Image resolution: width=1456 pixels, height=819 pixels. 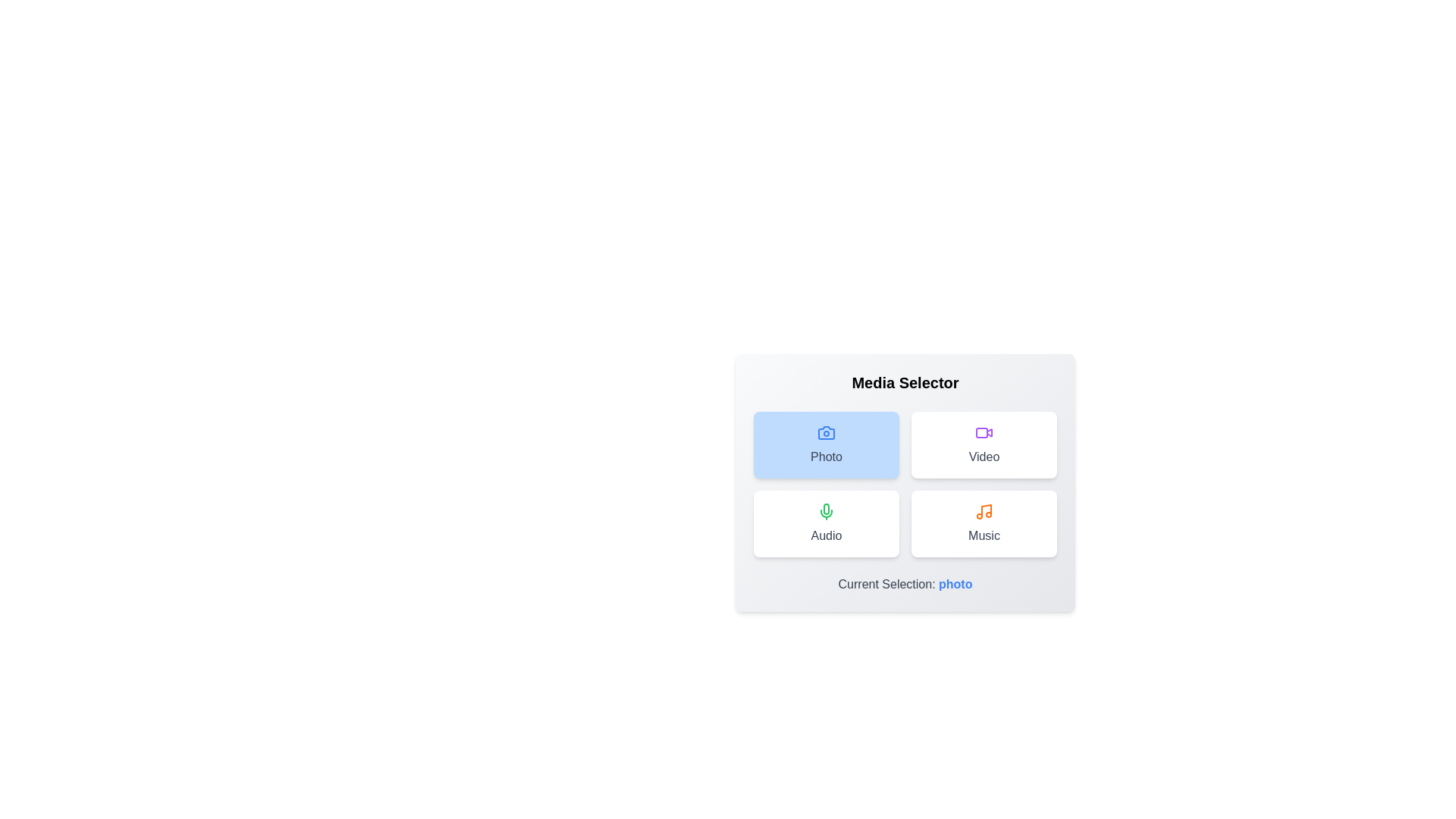 What do you see at coordinates (825, 522) in the screenshot?
I see `the button corresponding to the media type Audio` at bounding box center [825, 522].